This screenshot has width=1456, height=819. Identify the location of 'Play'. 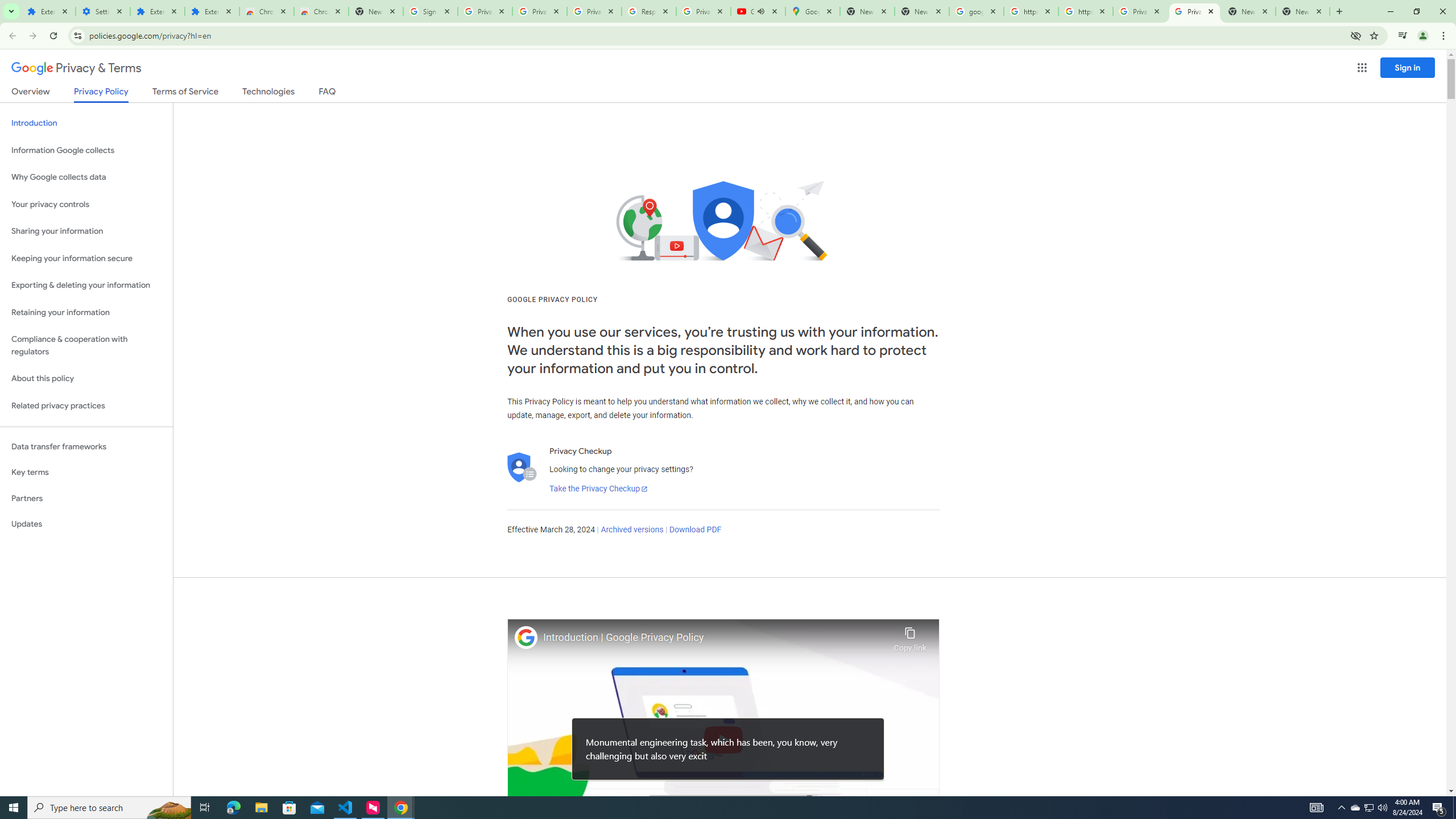
(723, 739).